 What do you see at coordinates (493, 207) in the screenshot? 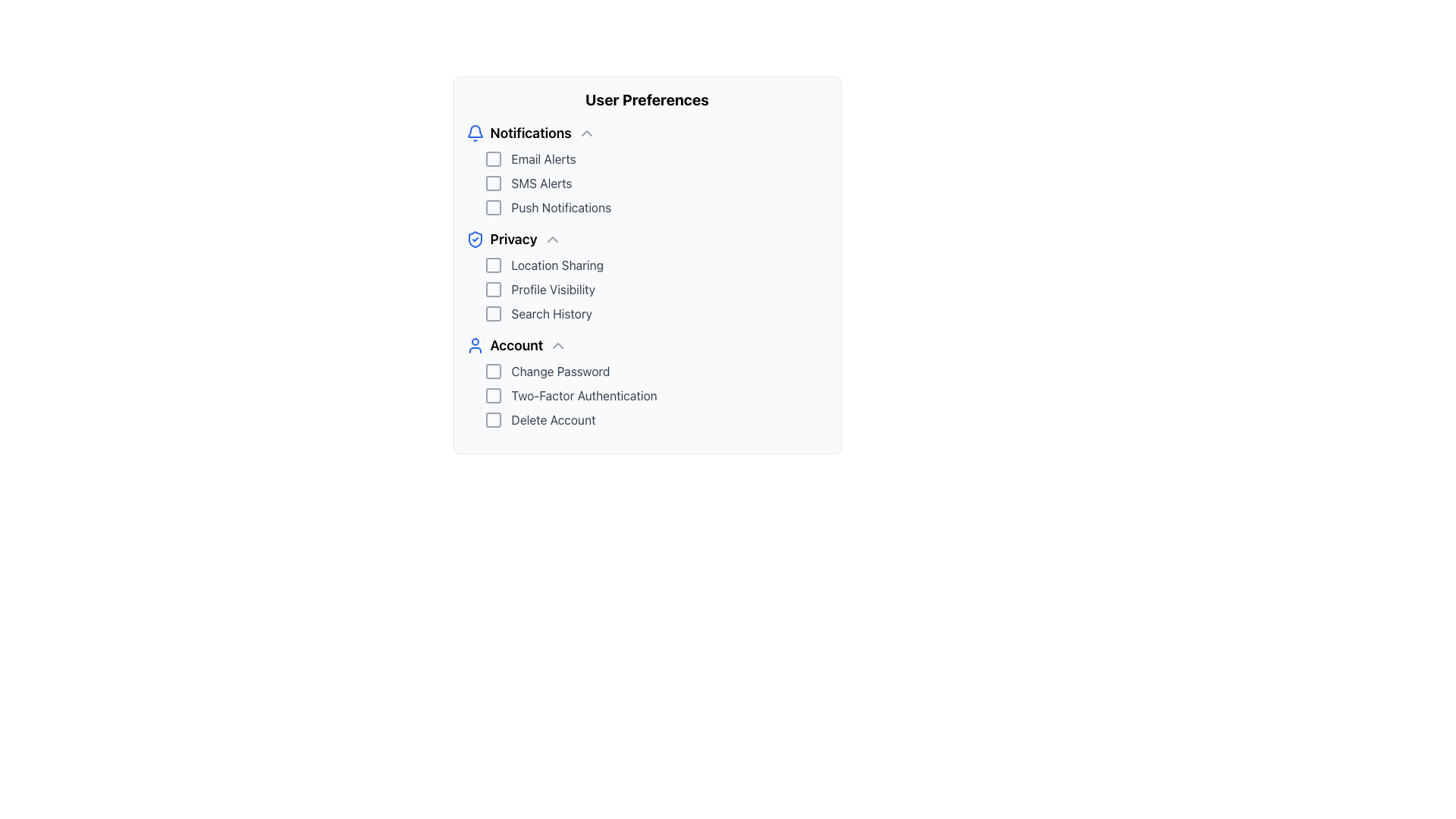
I see `the 'Push Notifications' Checkbox located beneath the 'Notifications' heading` at bounding box center [493, 207].